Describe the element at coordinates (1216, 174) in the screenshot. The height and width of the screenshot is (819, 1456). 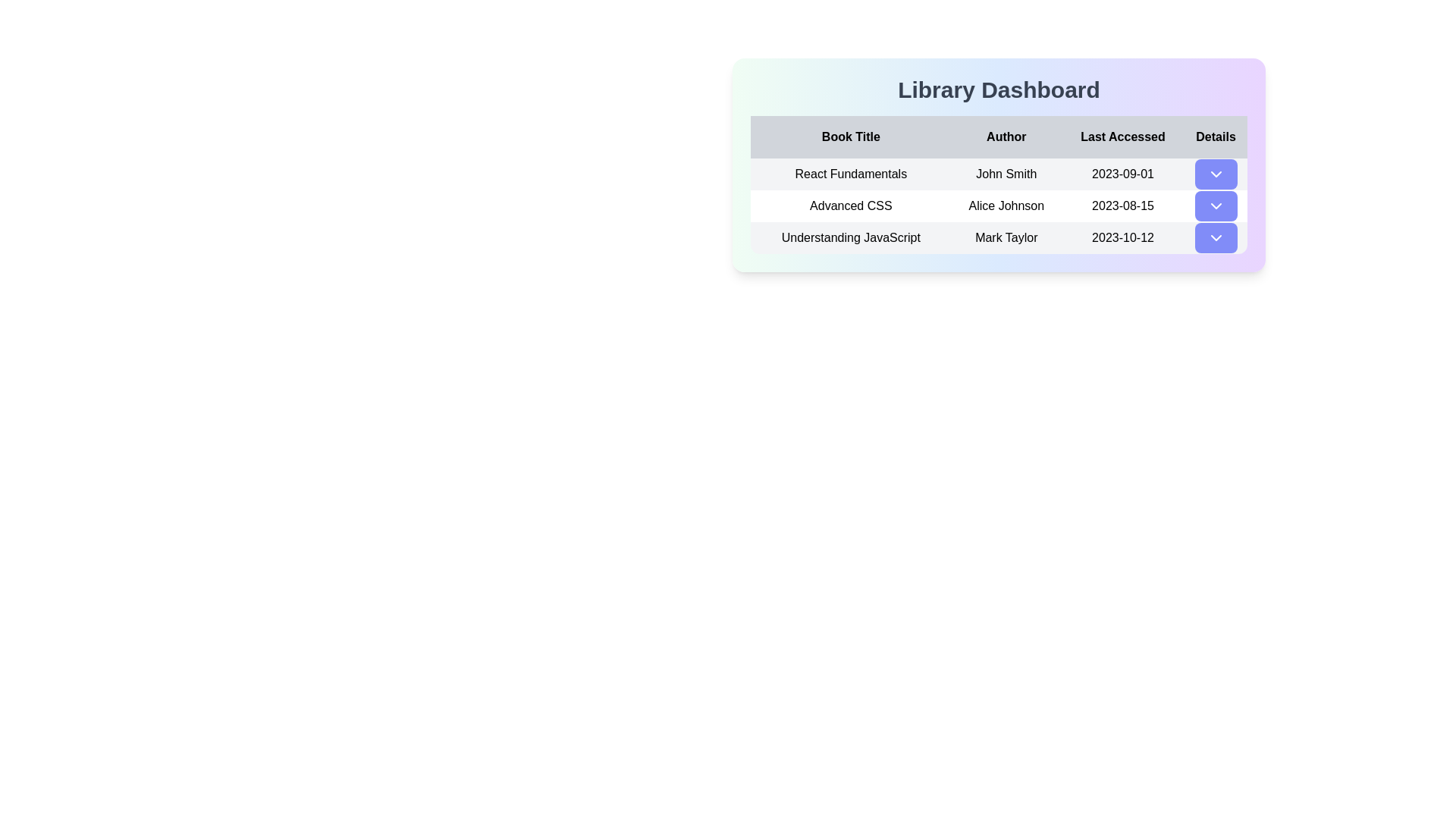
I see `the purple rounded button with a downward arrow icon in the 'Details' column of the first row in the library dashboard table` at that location.